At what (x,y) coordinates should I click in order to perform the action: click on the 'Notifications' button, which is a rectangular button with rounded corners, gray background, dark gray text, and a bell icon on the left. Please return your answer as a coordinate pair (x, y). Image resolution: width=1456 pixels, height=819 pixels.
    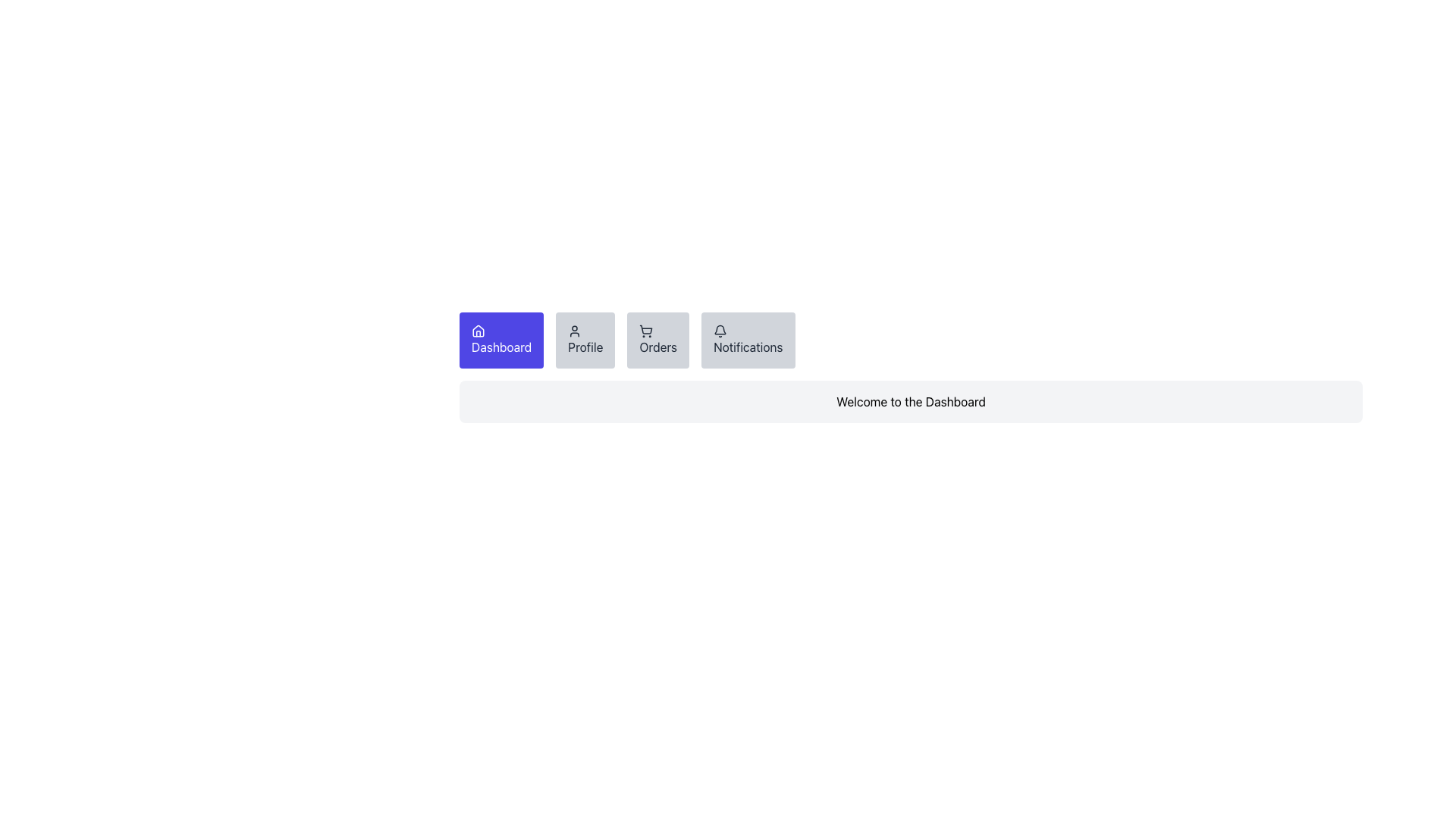
    Looking at the image, I should click on (748, 339).